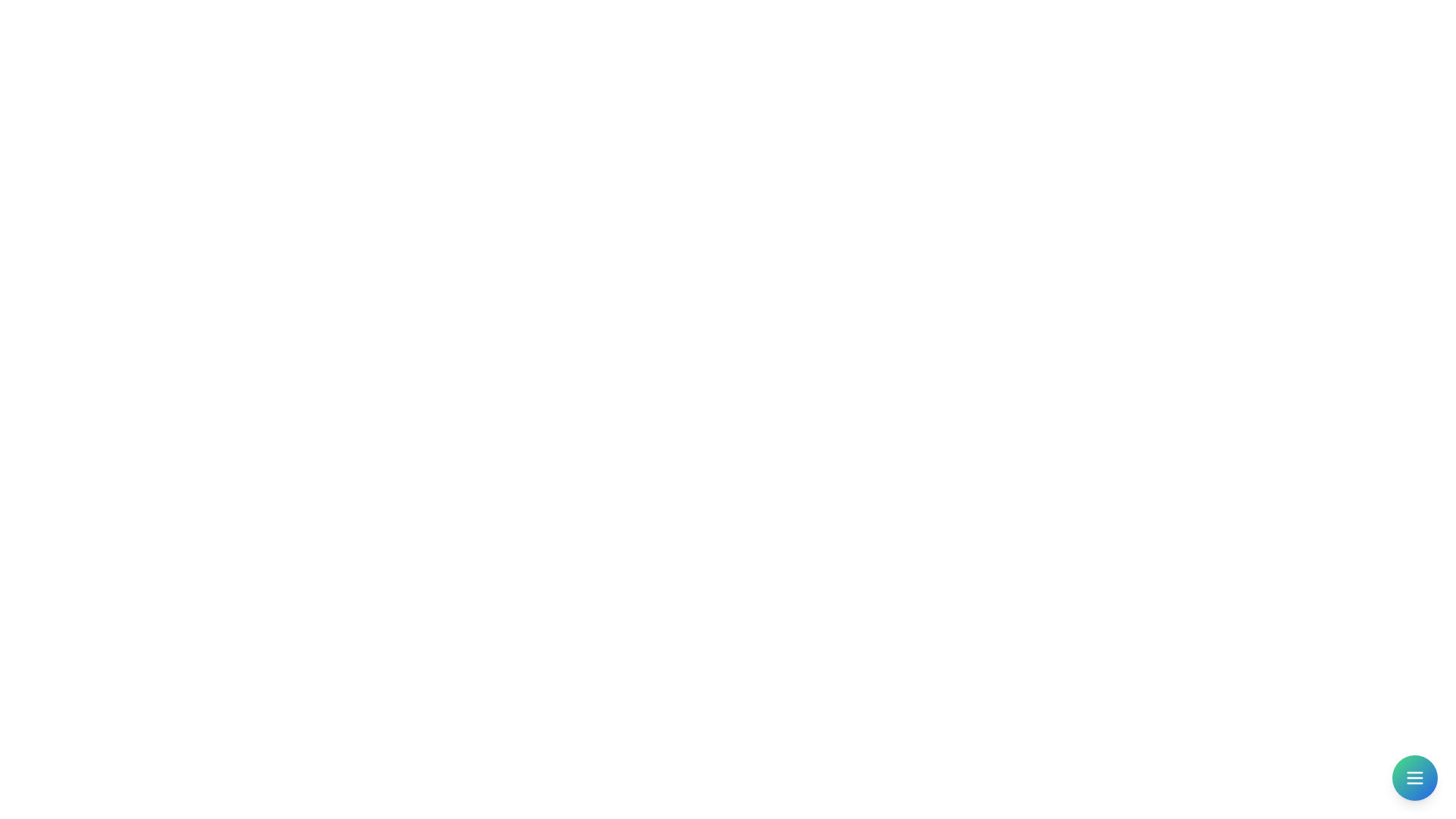 The image size is (1456, 819). What do you see at coordinates (1414, 778) in the screenshot?
I see `the floating button to toggle the menu visibility` at bounding box center [1414, 778].